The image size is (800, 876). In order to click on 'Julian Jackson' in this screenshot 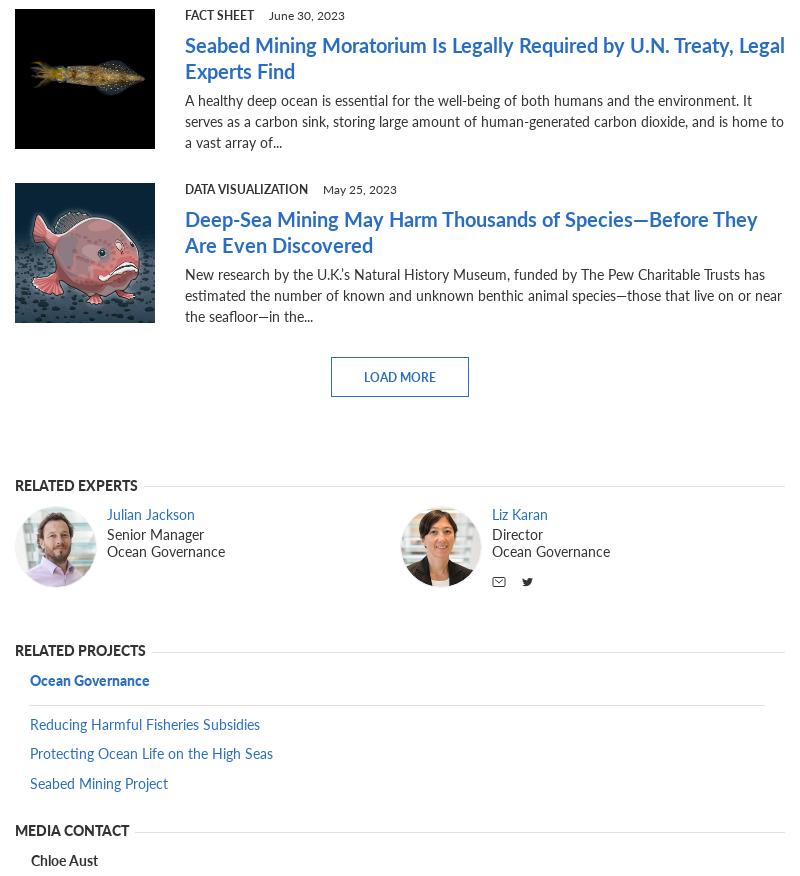, I will do `click(106, 514)`.